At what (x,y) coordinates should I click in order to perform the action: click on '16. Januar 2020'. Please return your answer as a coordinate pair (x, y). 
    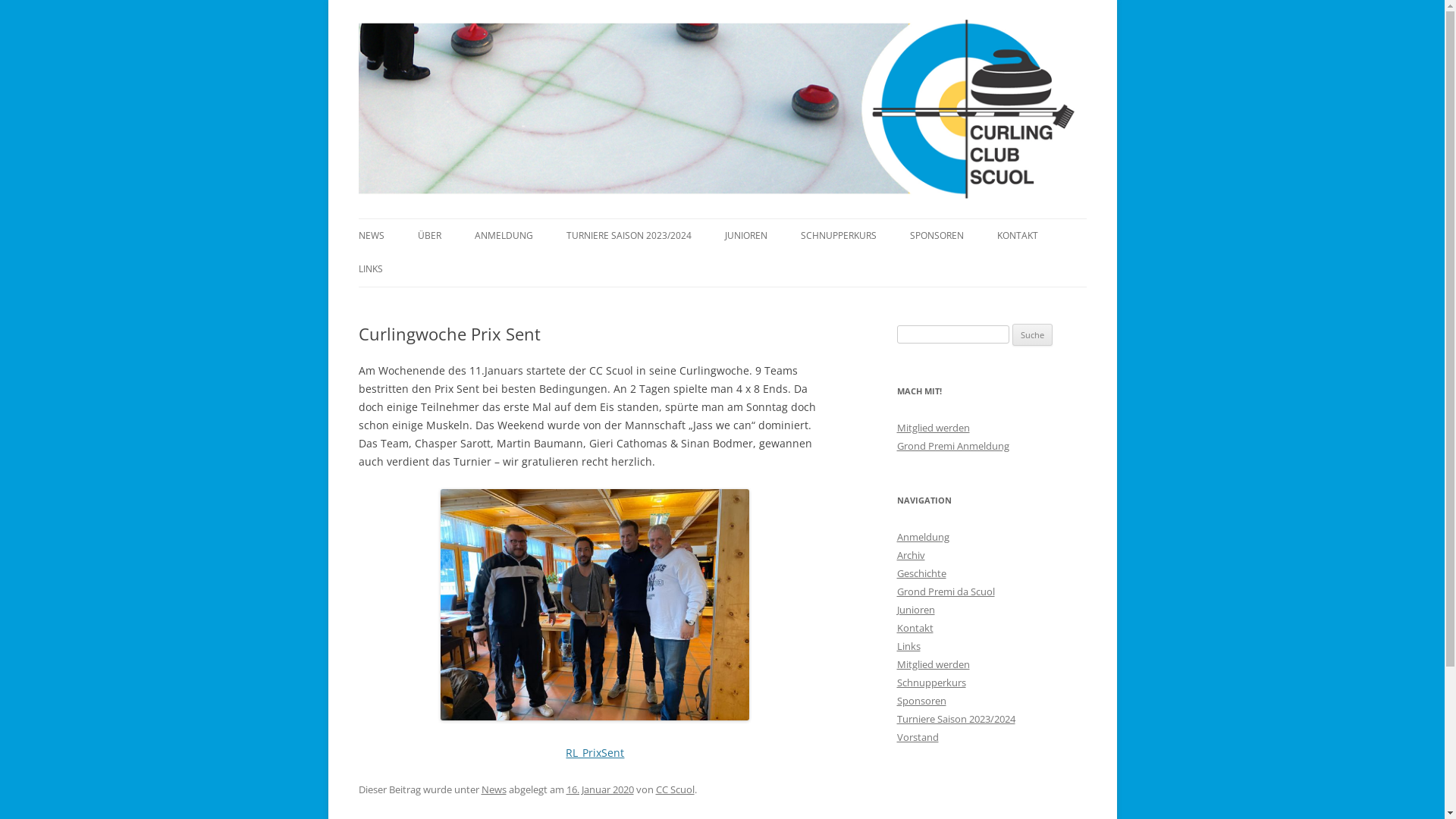
    Looking at the image, I should click on (598, 789).